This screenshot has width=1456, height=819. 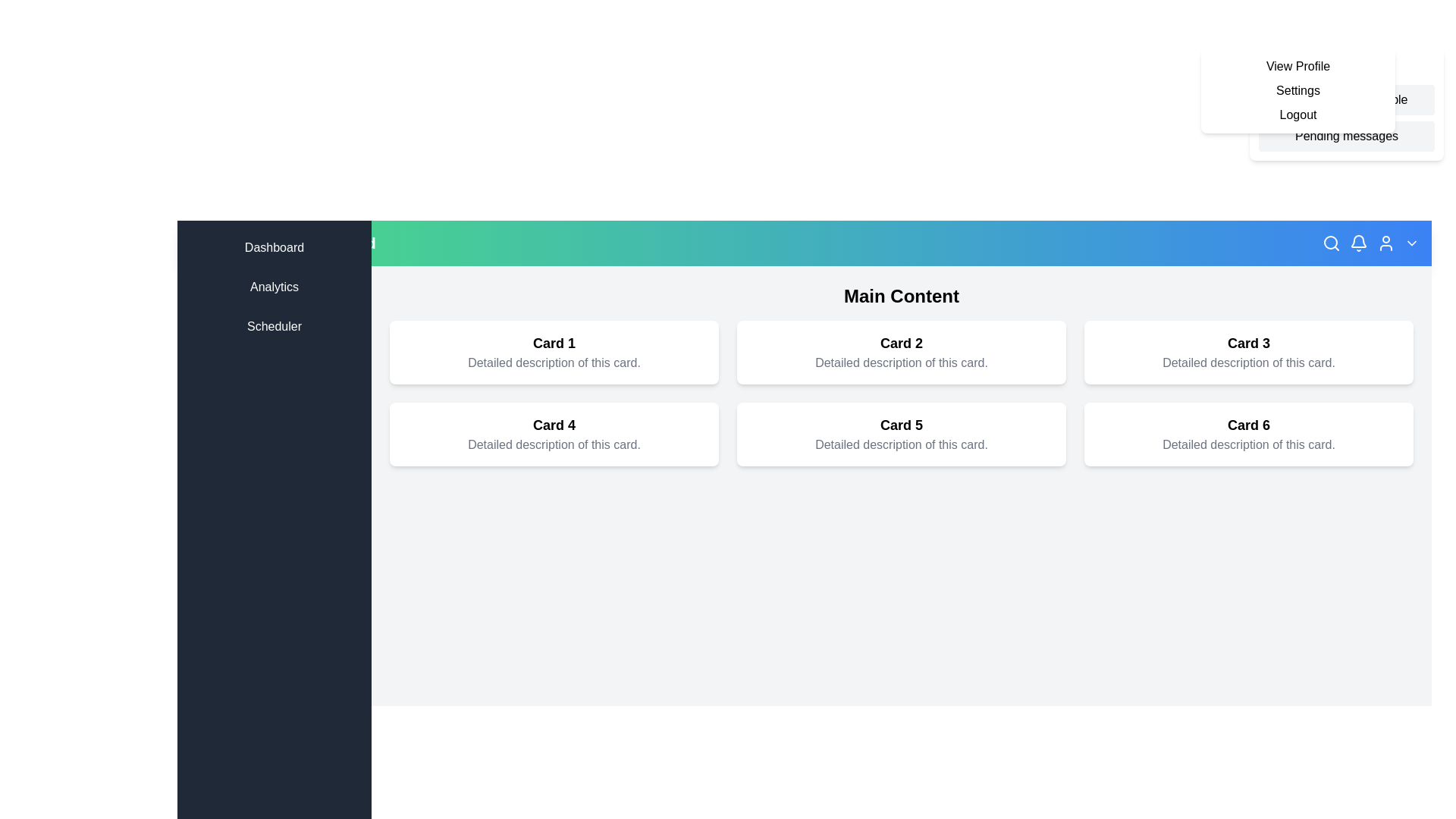 What do you see at coordinates (1347, 67) in the screenshot?
I see `the Text label that serves as a header or title within the notification card, positioned at the top-left above other text components` at bounding box center [1347, 67].